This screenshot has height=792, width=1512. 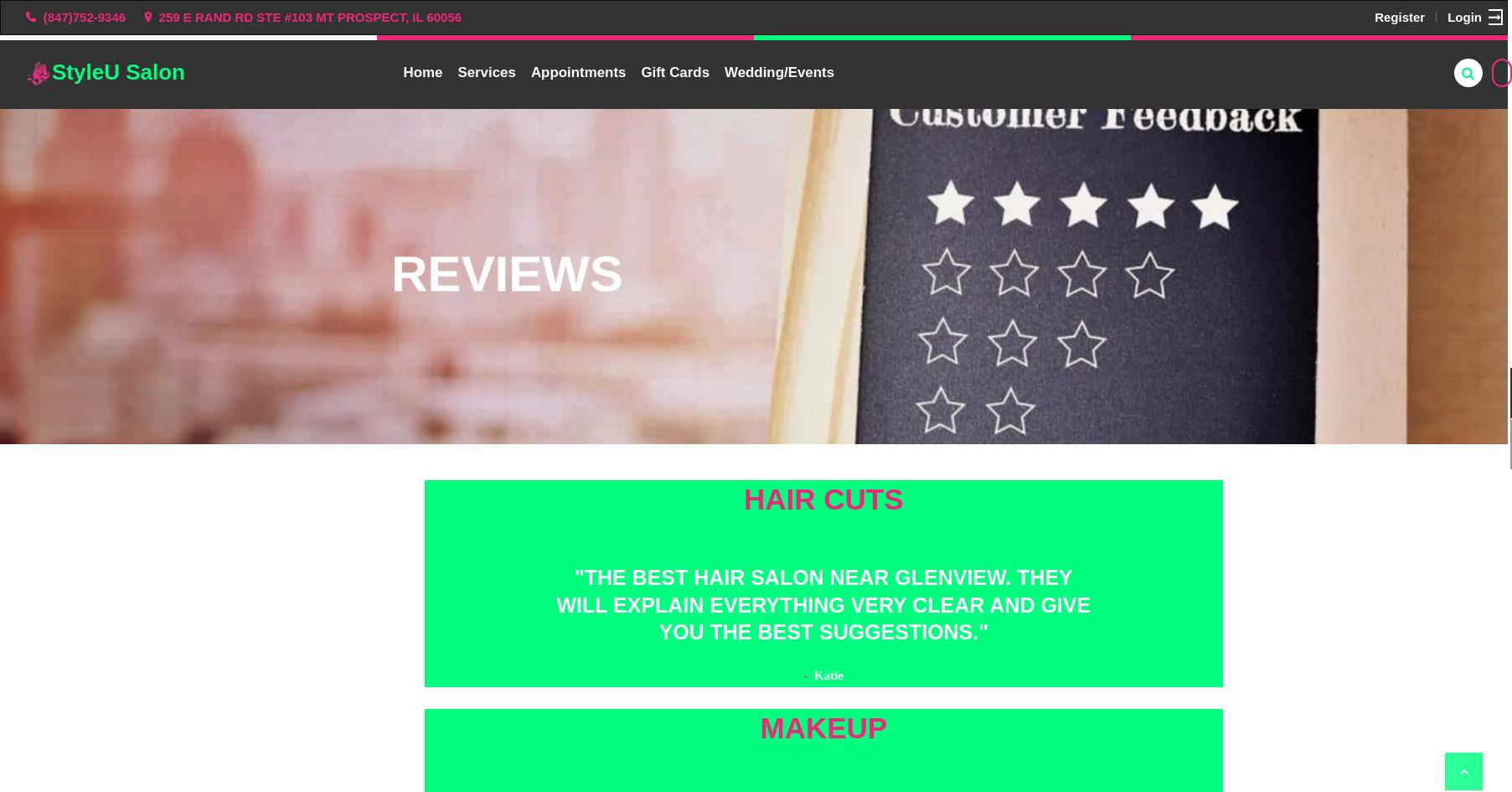 I want to click on 'Login', so click(x=1464, y=16).